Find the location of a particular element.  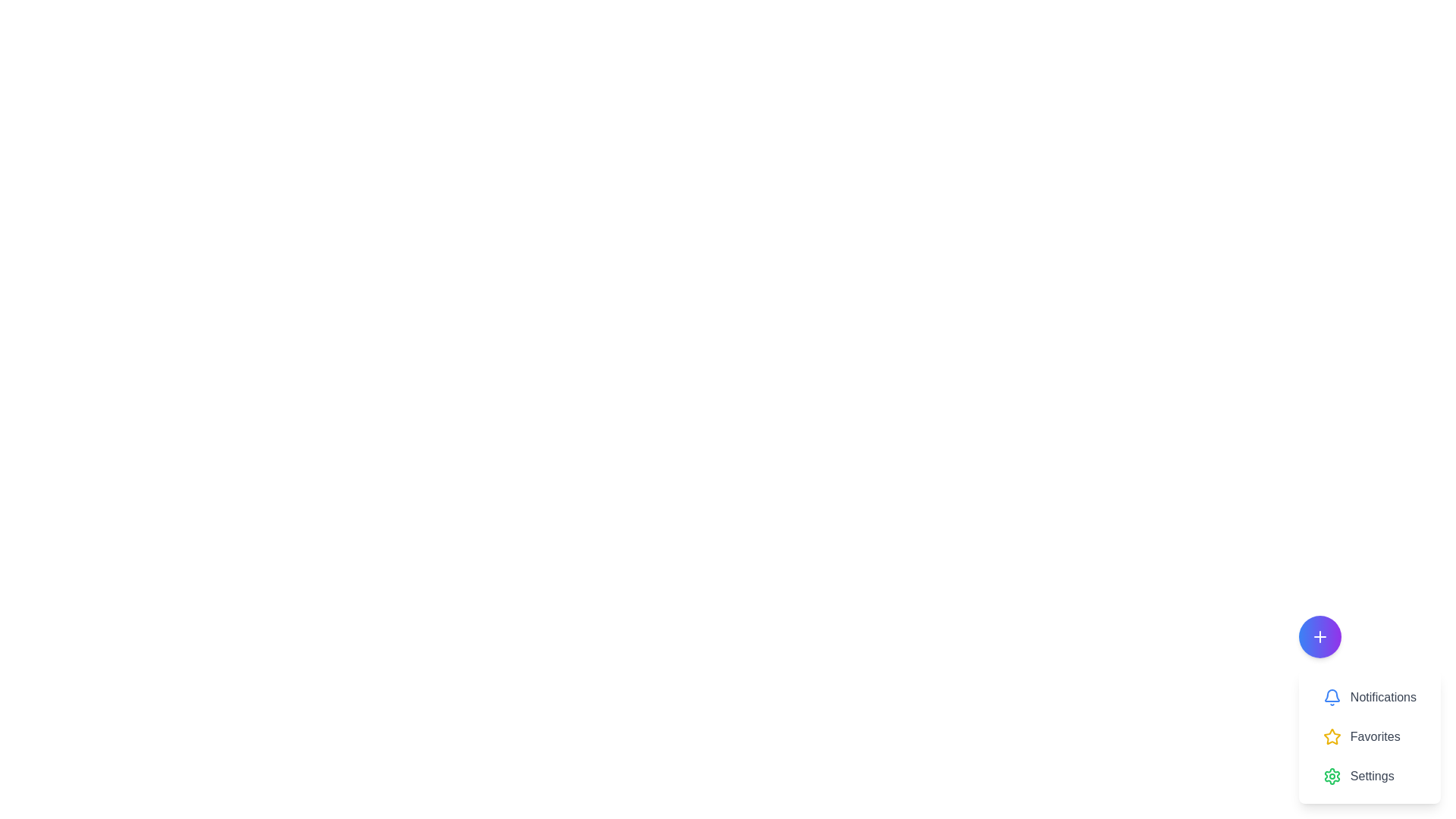

the yellow star icon located as the second element in the bottom-right context menu is located at coordinates (1331, 736).